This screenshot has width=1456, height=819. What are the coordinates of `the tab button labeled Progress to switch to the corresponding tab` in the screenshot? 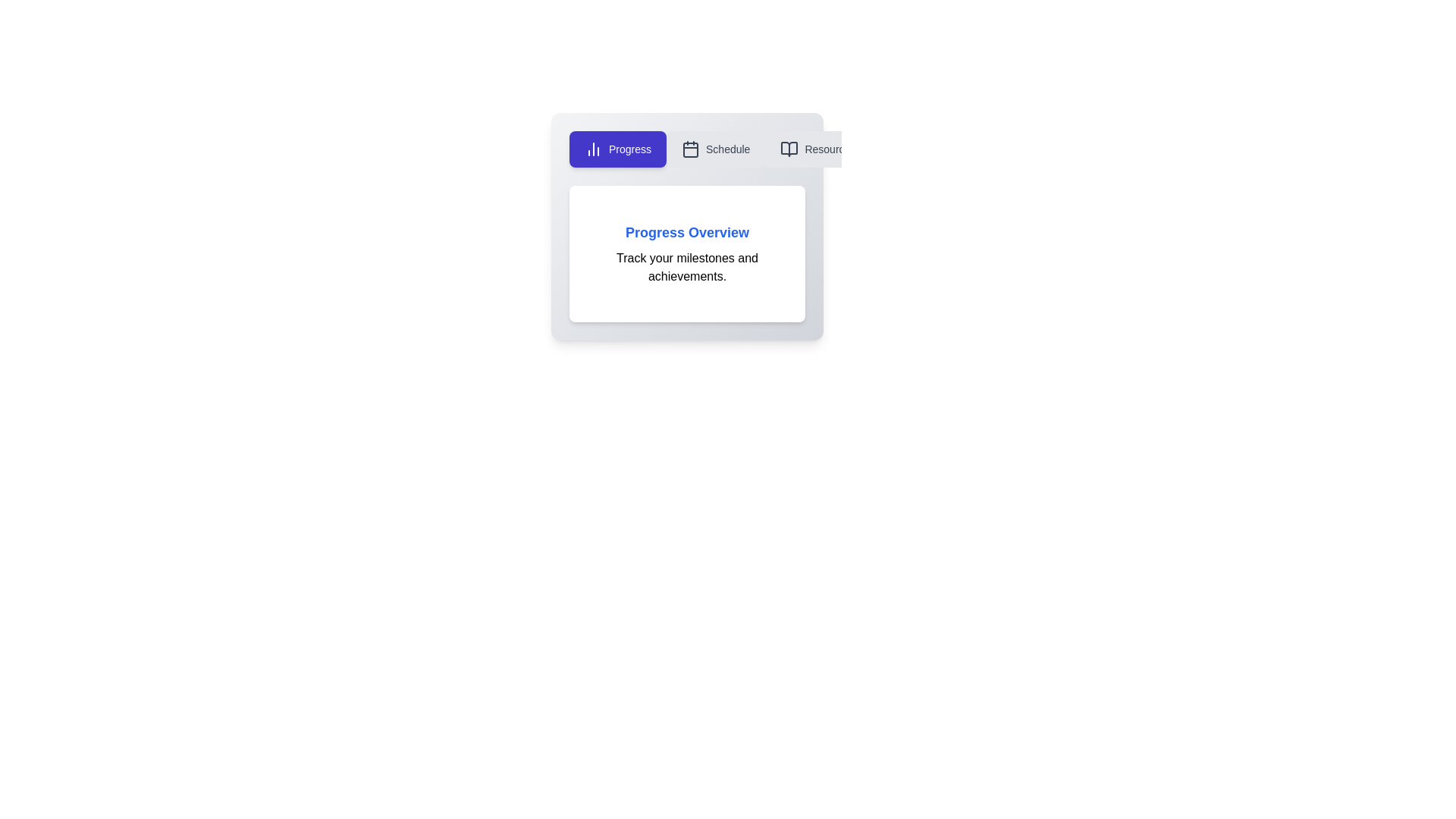 It's located at (618, 149).